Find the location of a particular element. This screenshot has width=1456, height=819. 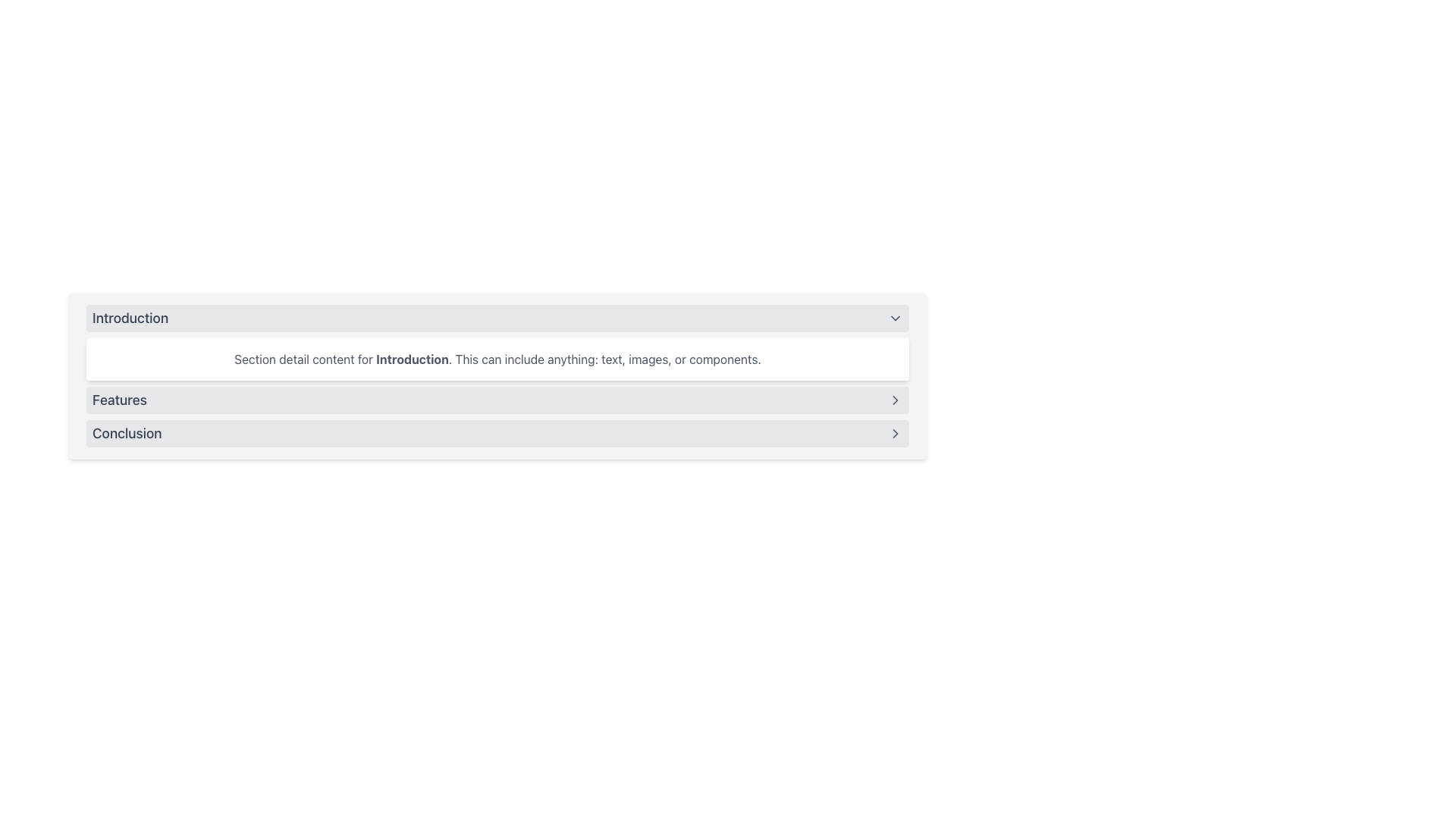

the toggle icon located at the far right side of the 'Introduction' section header is located at coordinates (895, 318).